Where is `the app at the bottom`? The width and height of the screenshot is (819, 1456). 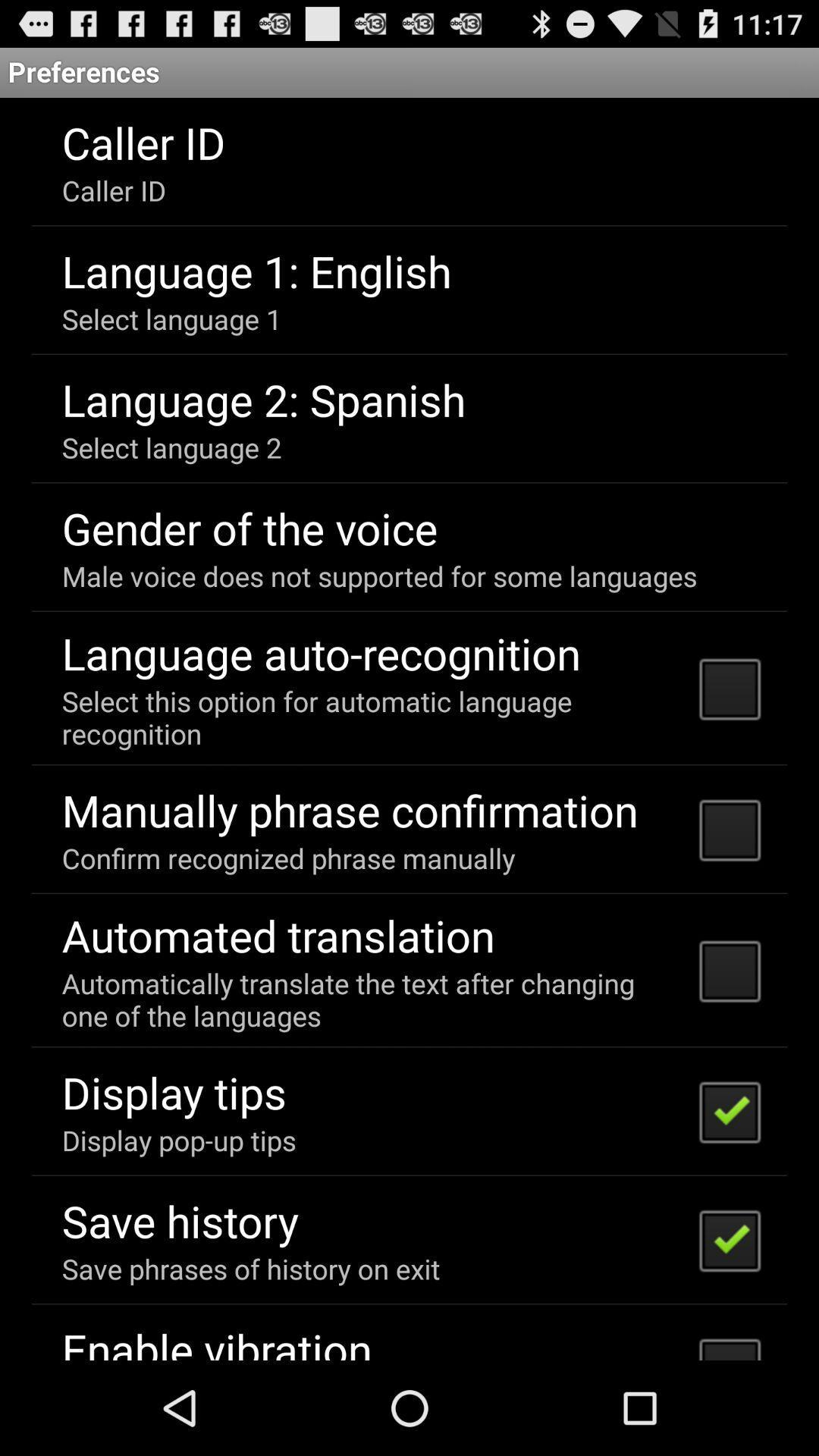 the app at the bottom is located at coordinates (371, 999).